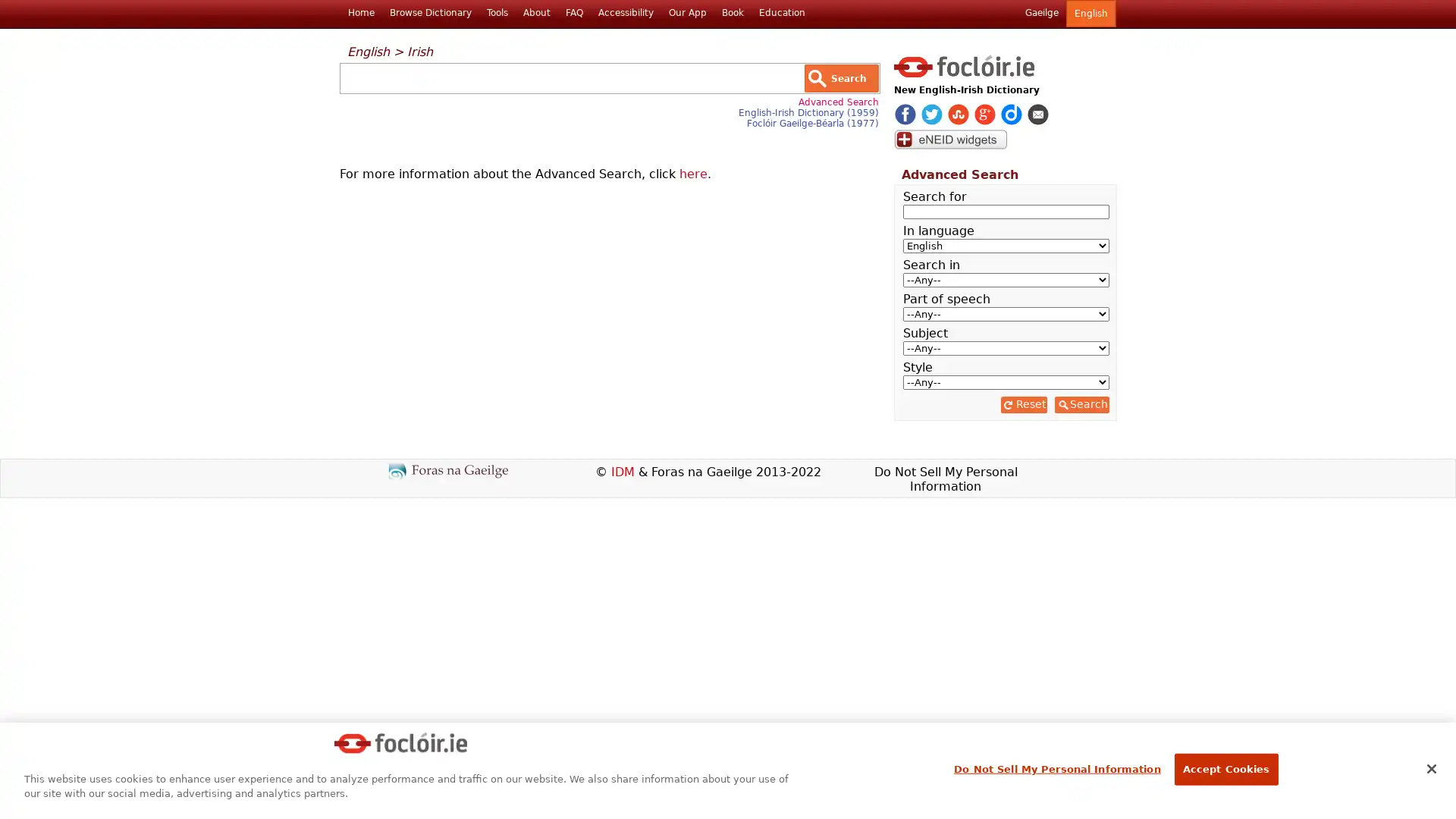  I want to click on Reset, so click(1023, 403).